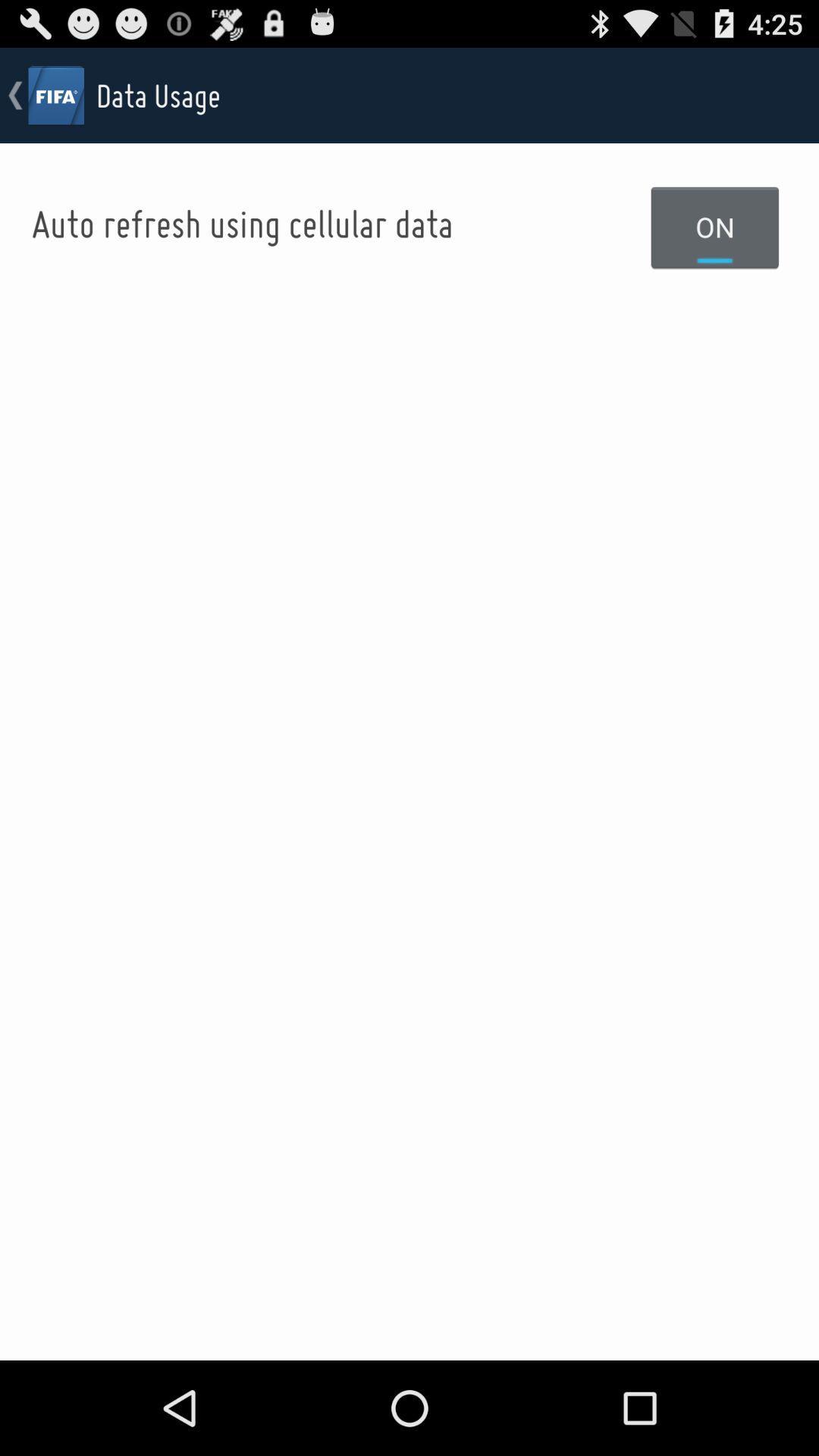 The height and width of the screenshot is (1456, 819). I want to click on the icon next to the auto refresh using item, so click(715, 226).